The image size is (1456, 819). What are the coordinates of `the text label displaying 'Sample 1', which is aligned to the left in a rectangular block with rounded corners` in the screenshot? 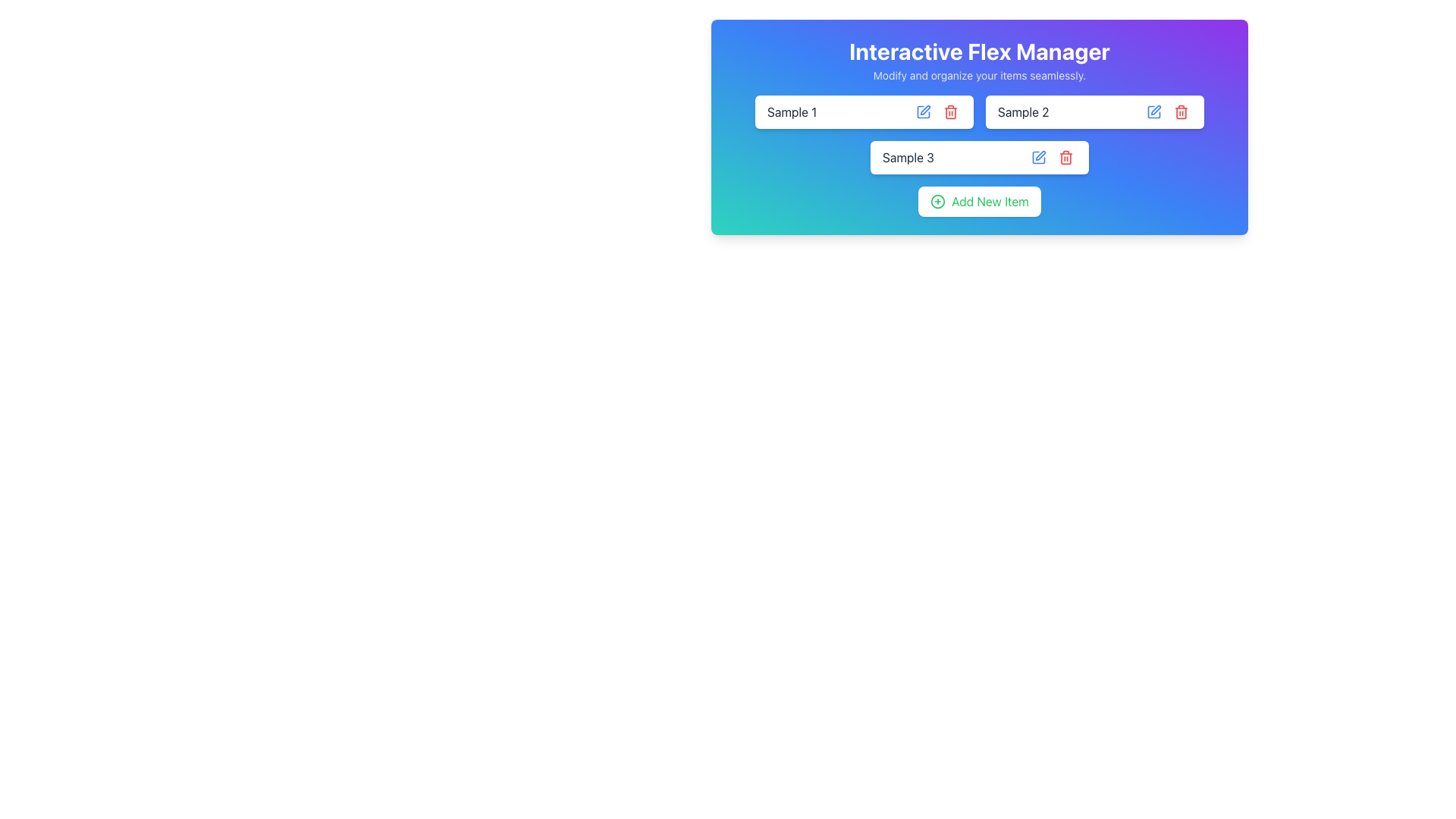 It's located at (791, 111).